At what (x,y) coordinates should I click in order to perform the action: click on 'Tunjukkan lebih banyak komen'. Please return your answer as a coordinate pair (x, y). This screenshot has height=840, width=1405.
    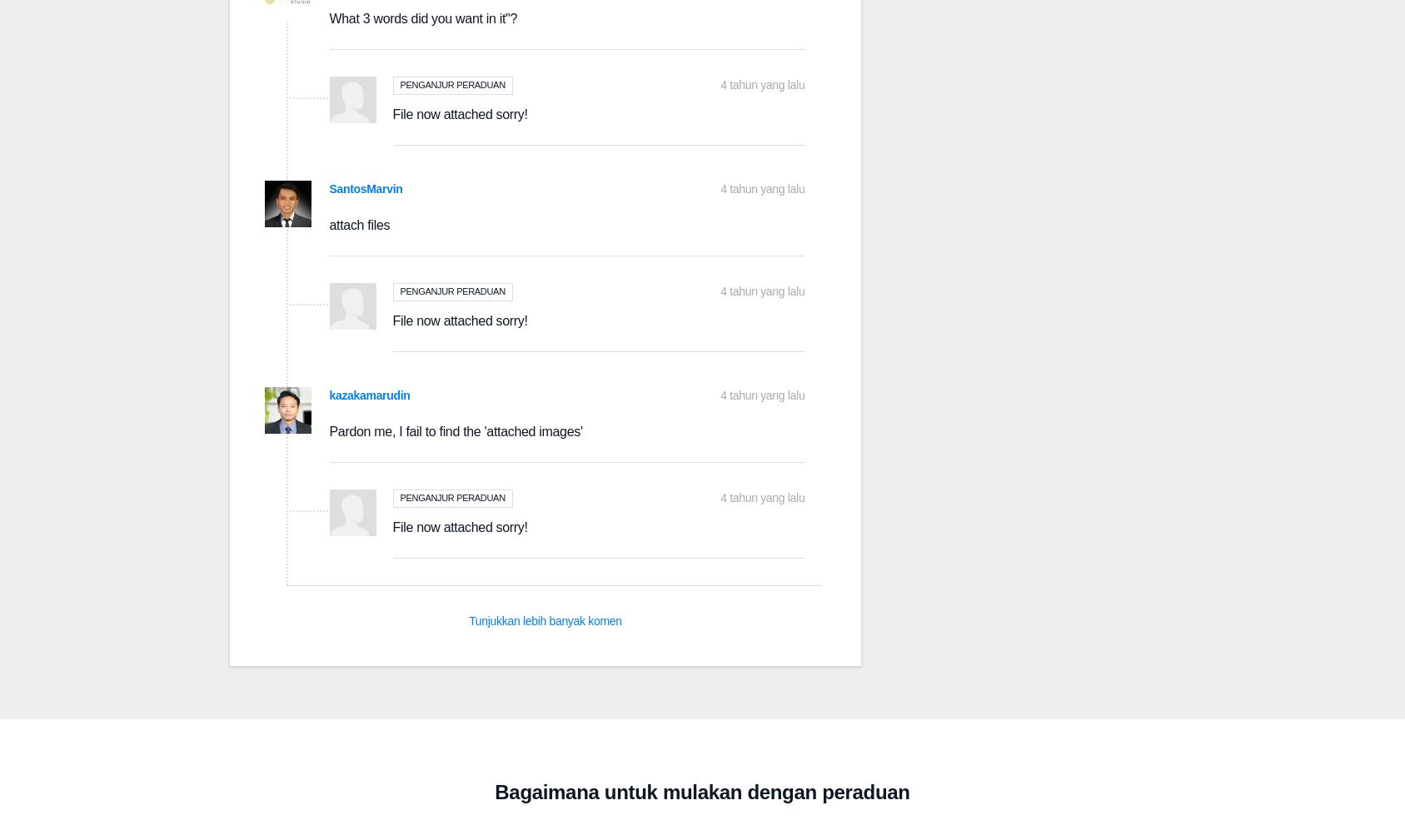
    Looking at the image, I should click on (545, 620).